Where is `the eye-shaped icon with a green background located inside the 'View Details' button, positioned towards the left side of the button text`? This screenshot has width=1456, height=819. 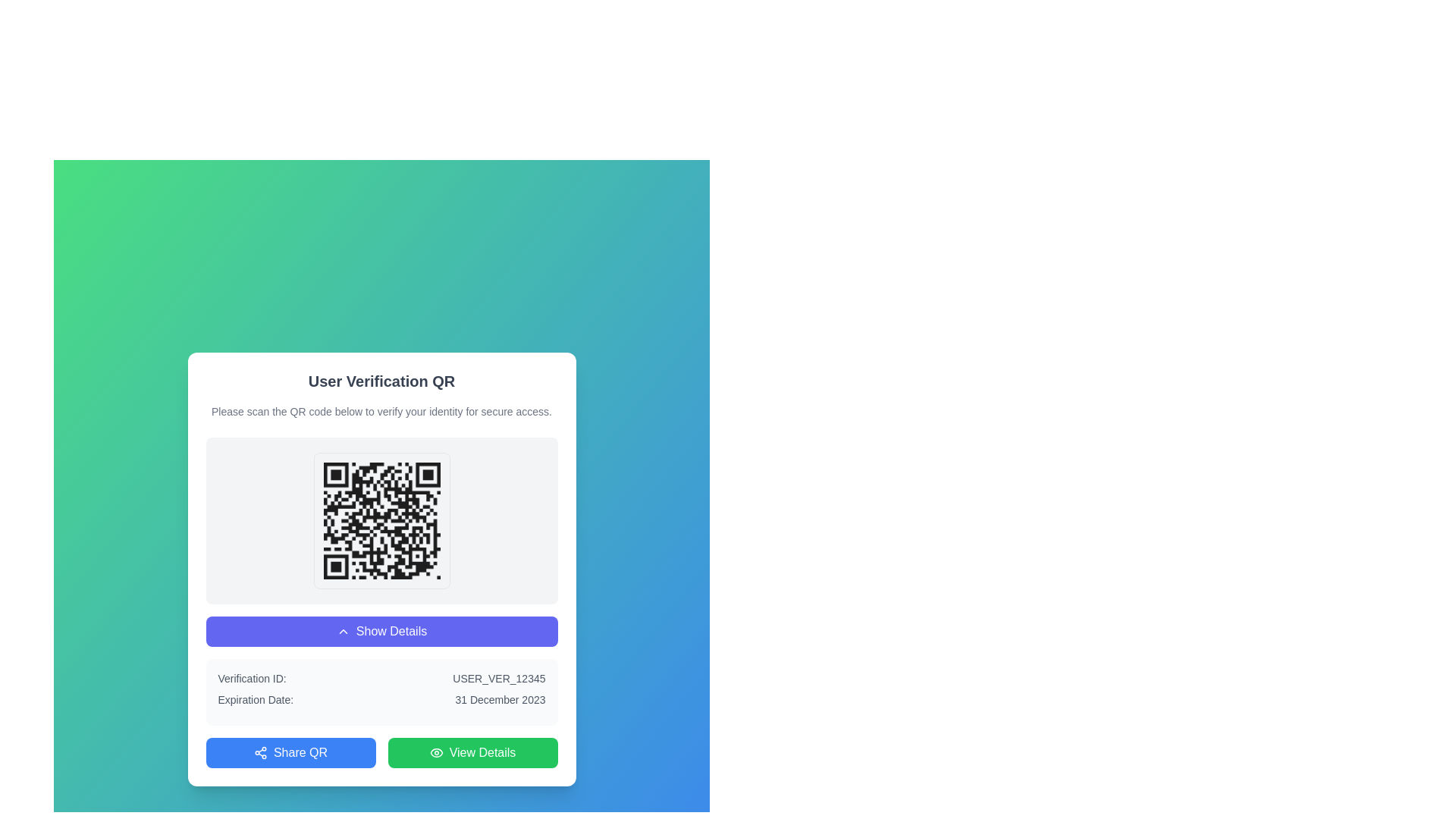
the eye-shaped icon with a green background located inside the 'View Details' button, positioned towards the left side of the button text is located at coordinates (435, 752).